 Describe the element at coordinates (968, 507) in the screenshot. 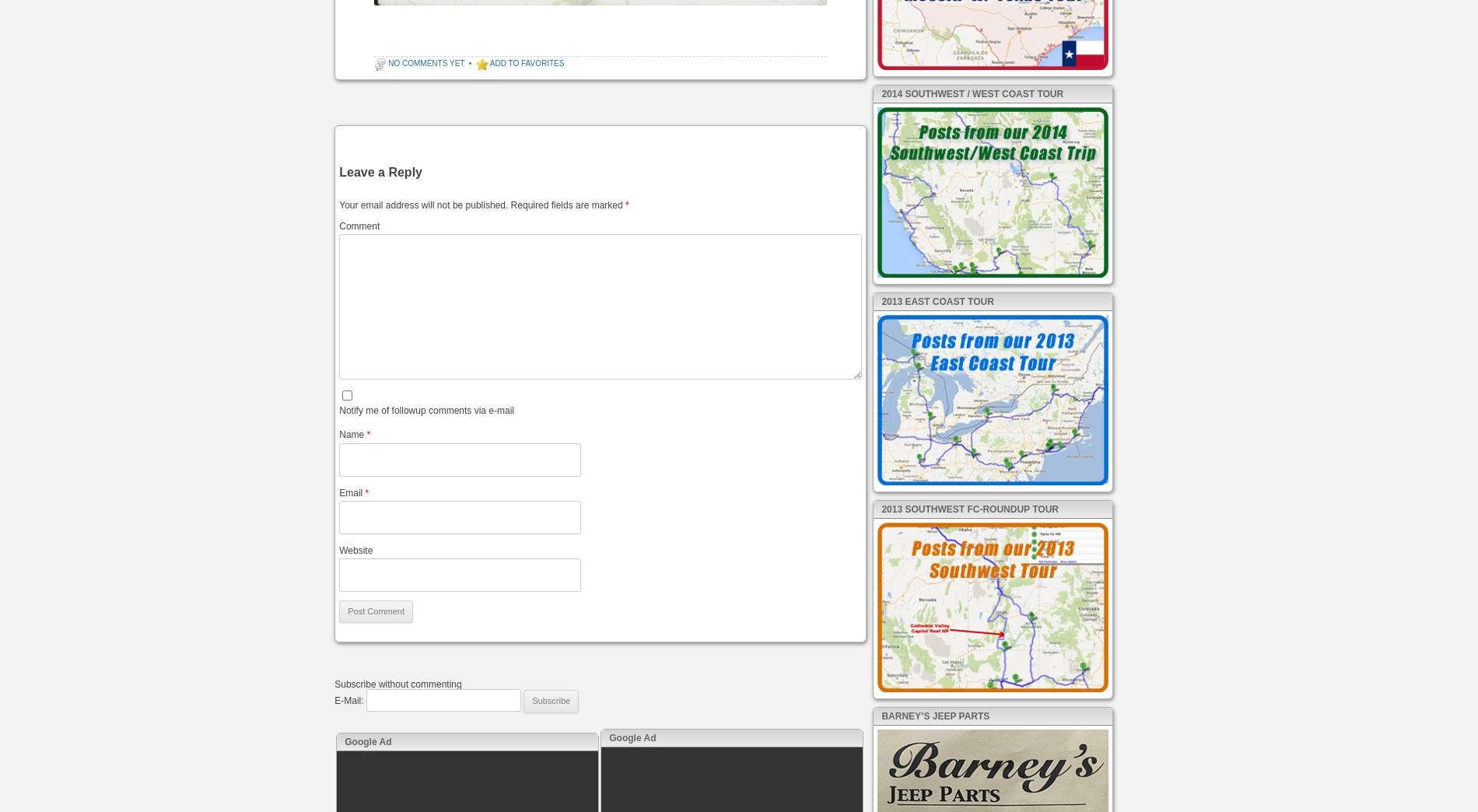

I see `'2013 Southwest FC-Roundup Tour'` at that location.